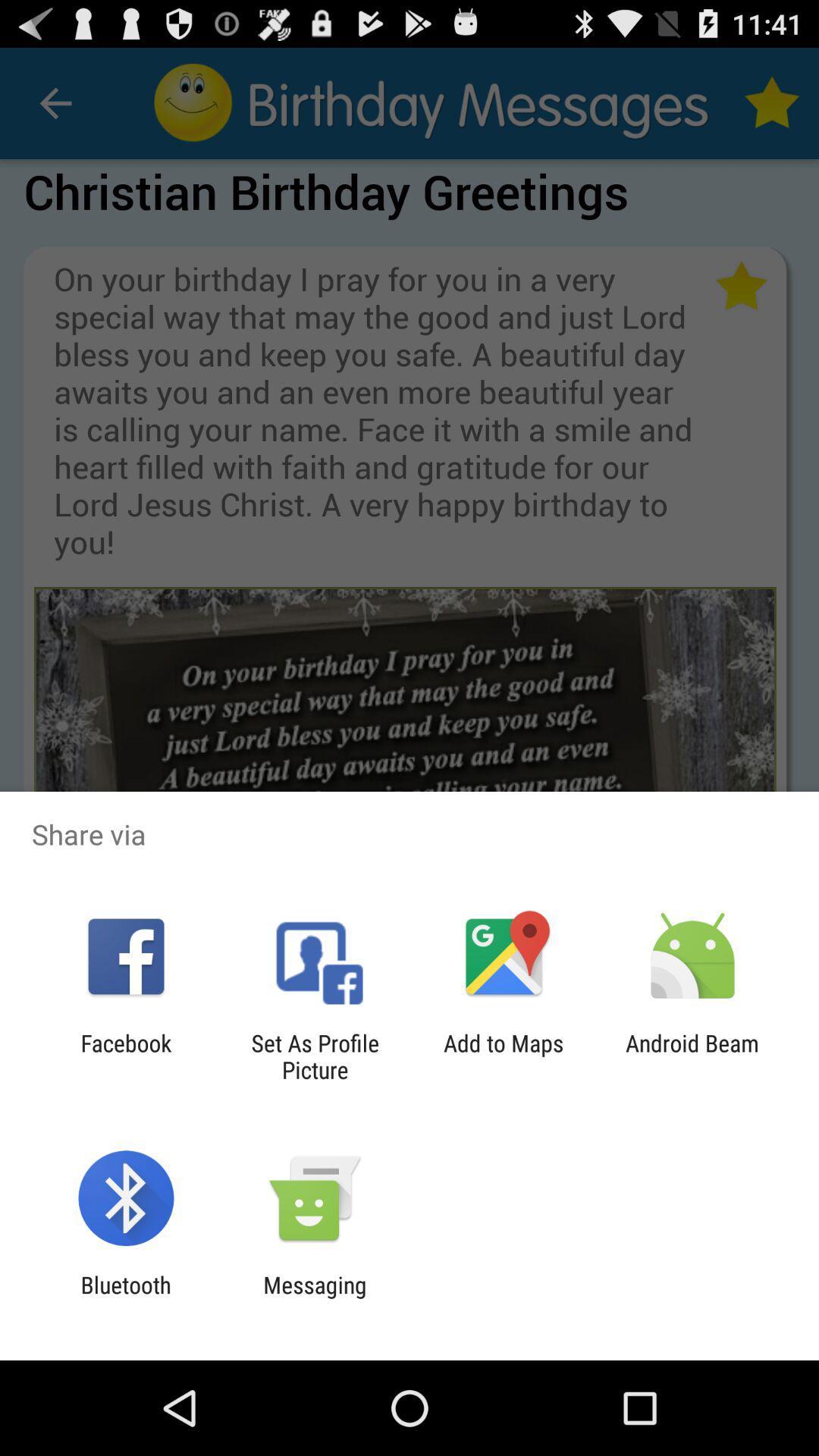 The height and width of the screenshot is (1456, 819). I want to click on app next to add to maps app, so click(692, 1056).